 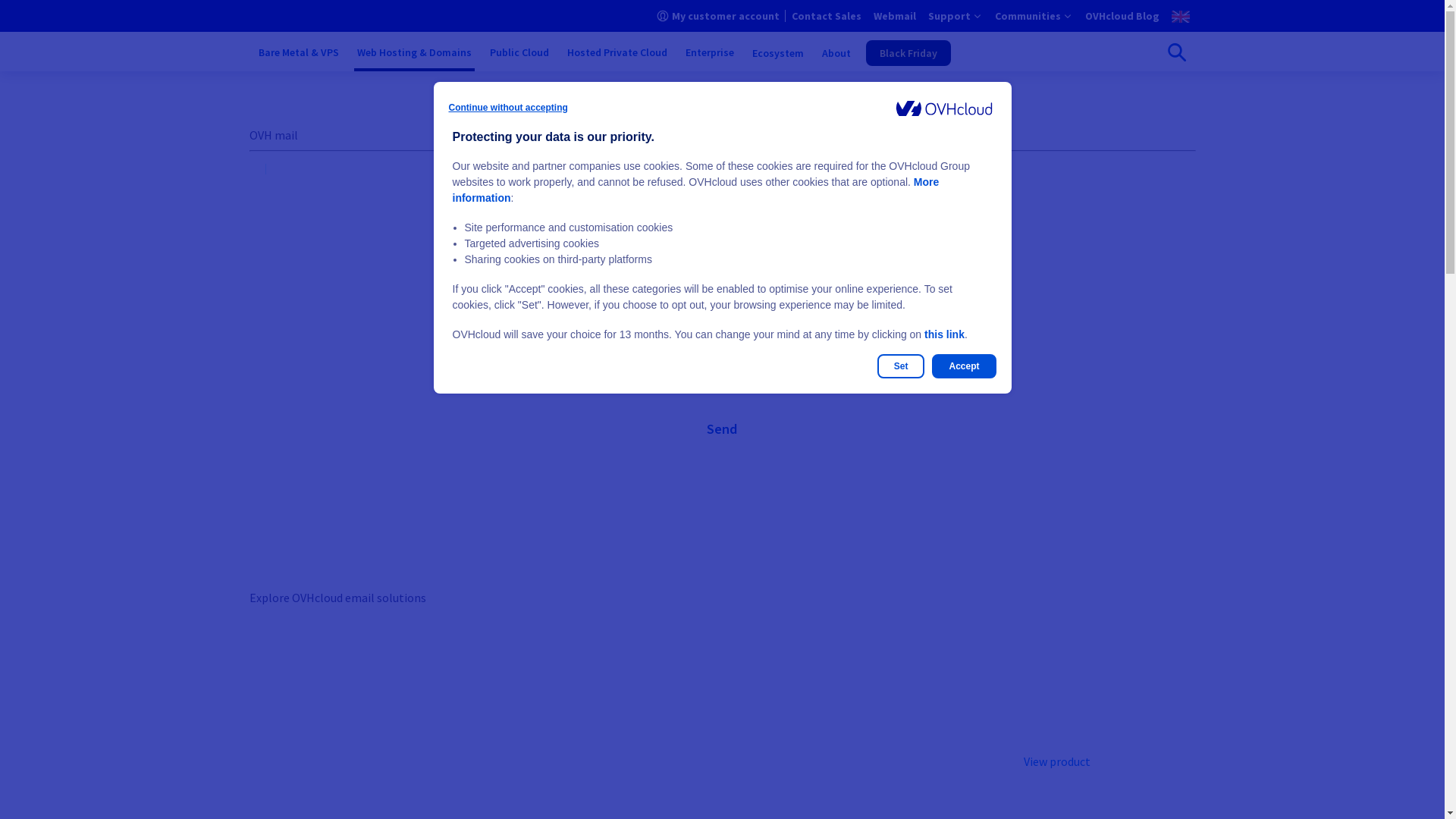 I want to click on 'Open search bar', so click(x=1175, y=52).